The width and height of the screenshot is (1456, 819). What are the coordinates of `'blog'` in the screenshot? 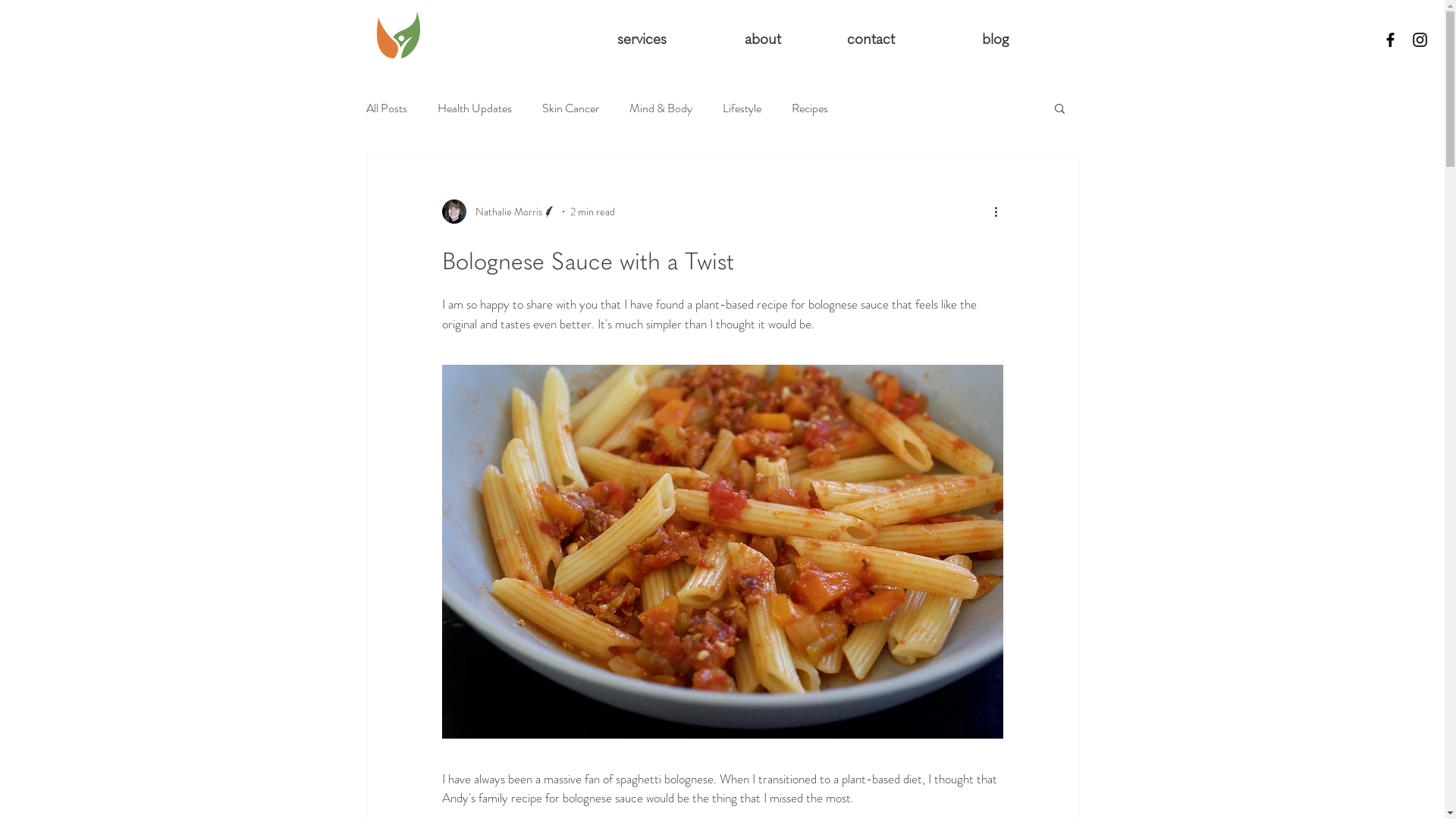 It's located at (961, 37).